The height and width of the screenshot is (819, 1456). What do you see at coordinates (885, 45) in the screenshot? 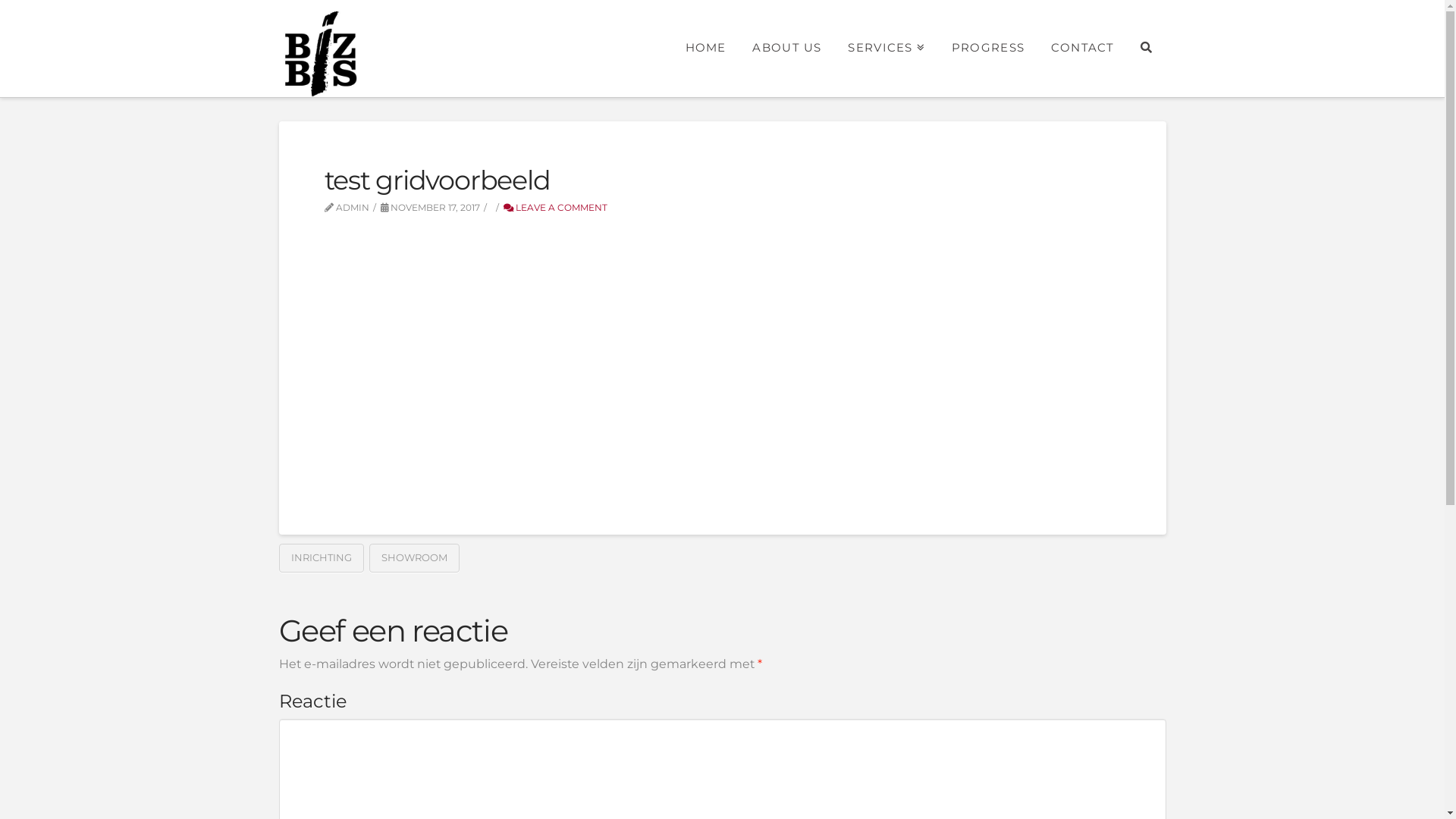
I see `'SERVICES'` at bounding box center [885, 45].